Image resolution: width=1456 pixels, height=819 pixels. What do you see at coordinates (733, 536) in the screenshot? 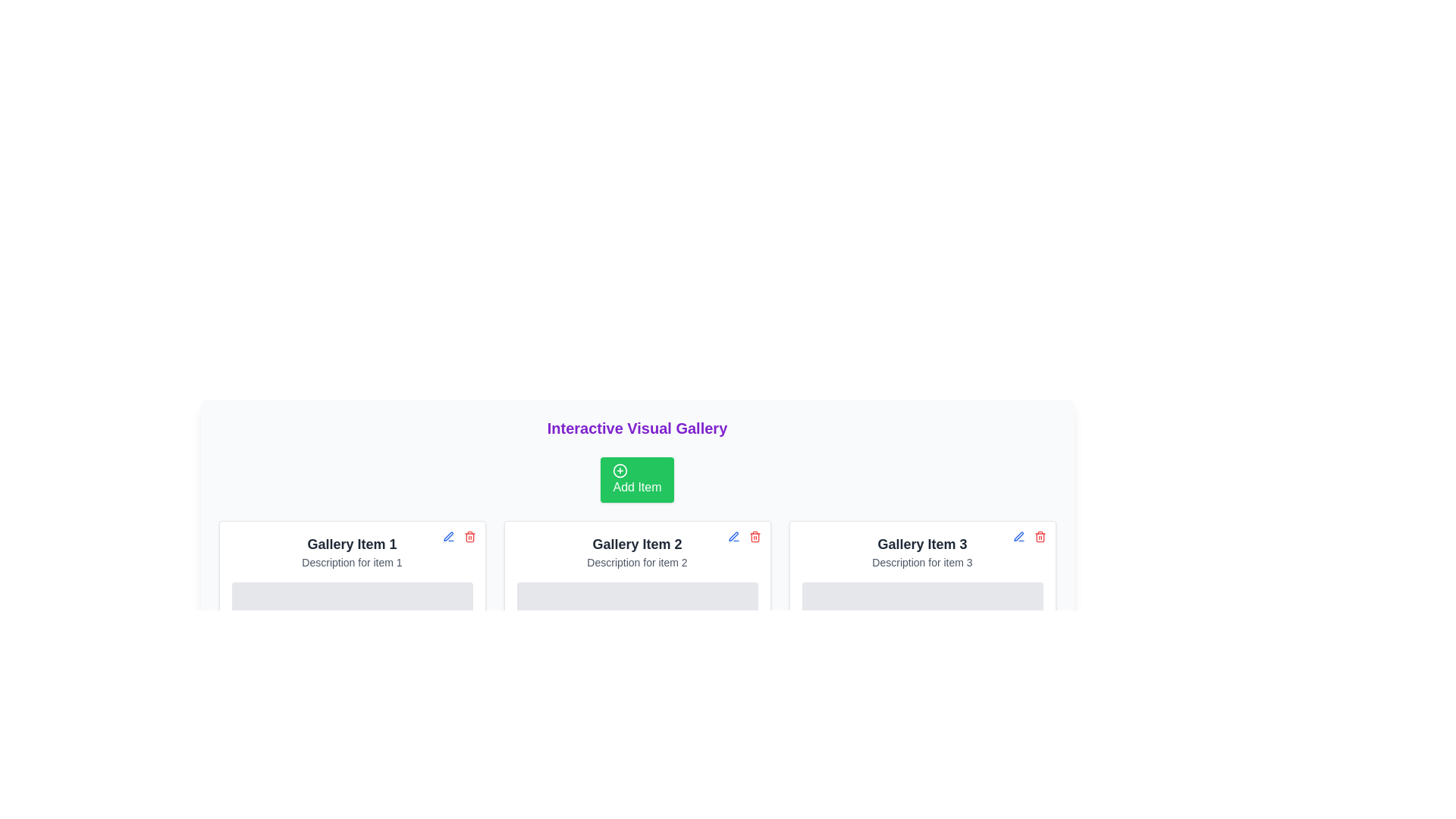
I see `the edit icon resembling a pen located to the left of the trash can icon within the second gallery item (Gallery Item 2)` at bounding box center [733, 536].